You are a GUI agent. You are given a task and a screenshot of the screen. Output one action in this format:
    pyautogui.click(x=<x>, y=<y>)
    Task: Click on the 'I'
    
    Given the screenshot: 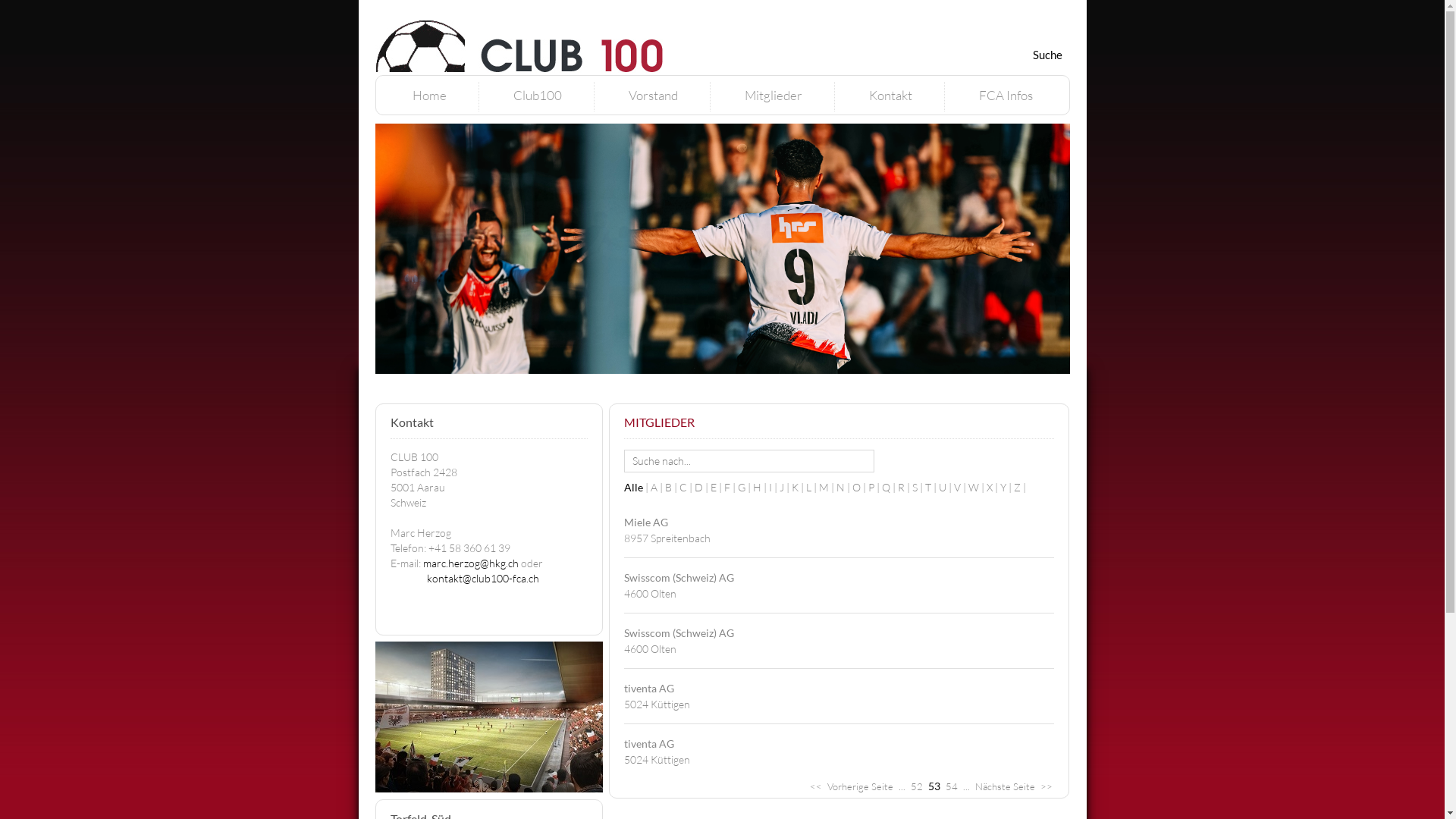 What is the action you would take?
    pyautogui.click(x=774, y=487)
    